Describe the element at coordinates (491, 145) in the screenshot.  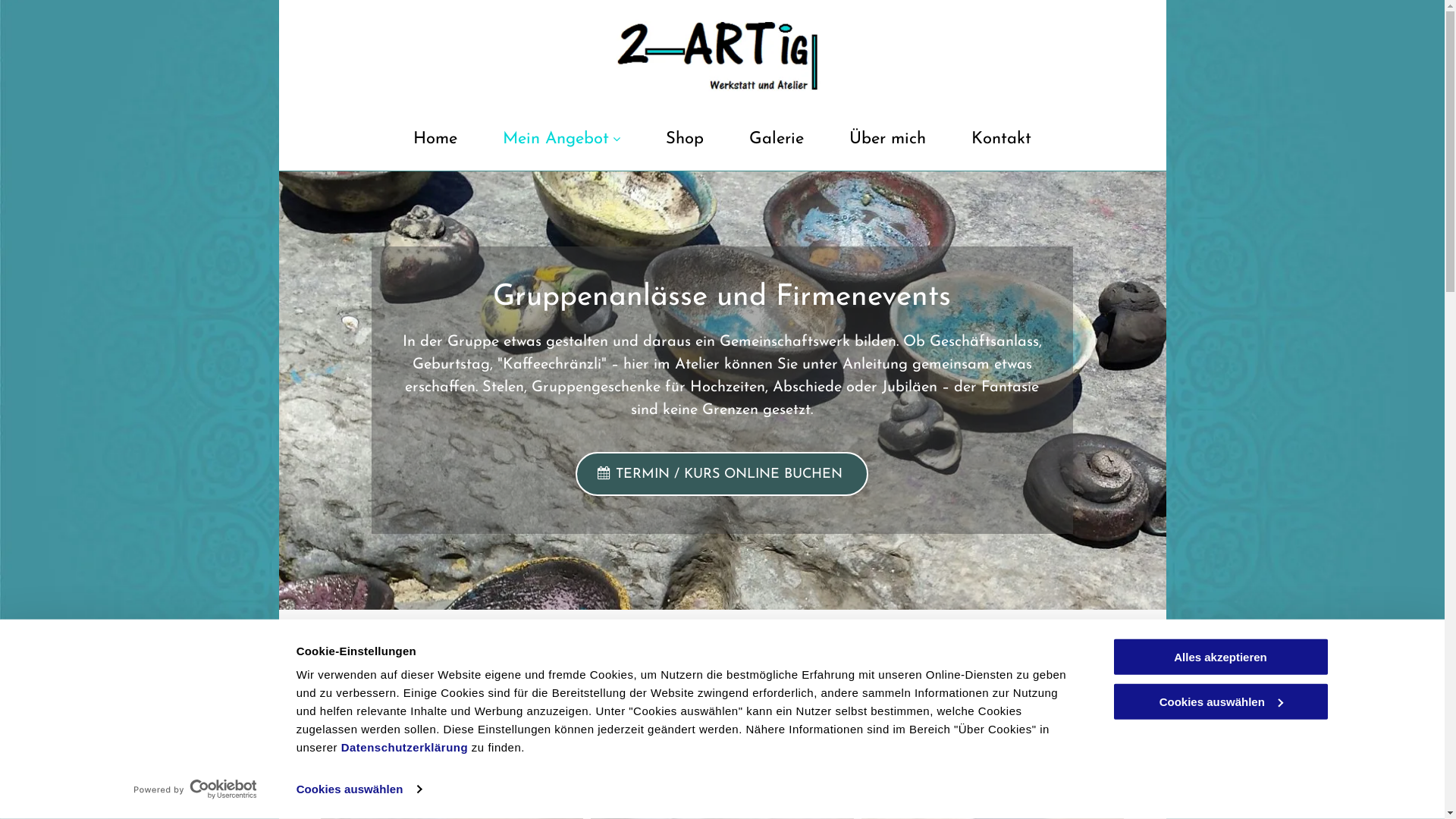
I see `'Mein Angebot'` at that location.